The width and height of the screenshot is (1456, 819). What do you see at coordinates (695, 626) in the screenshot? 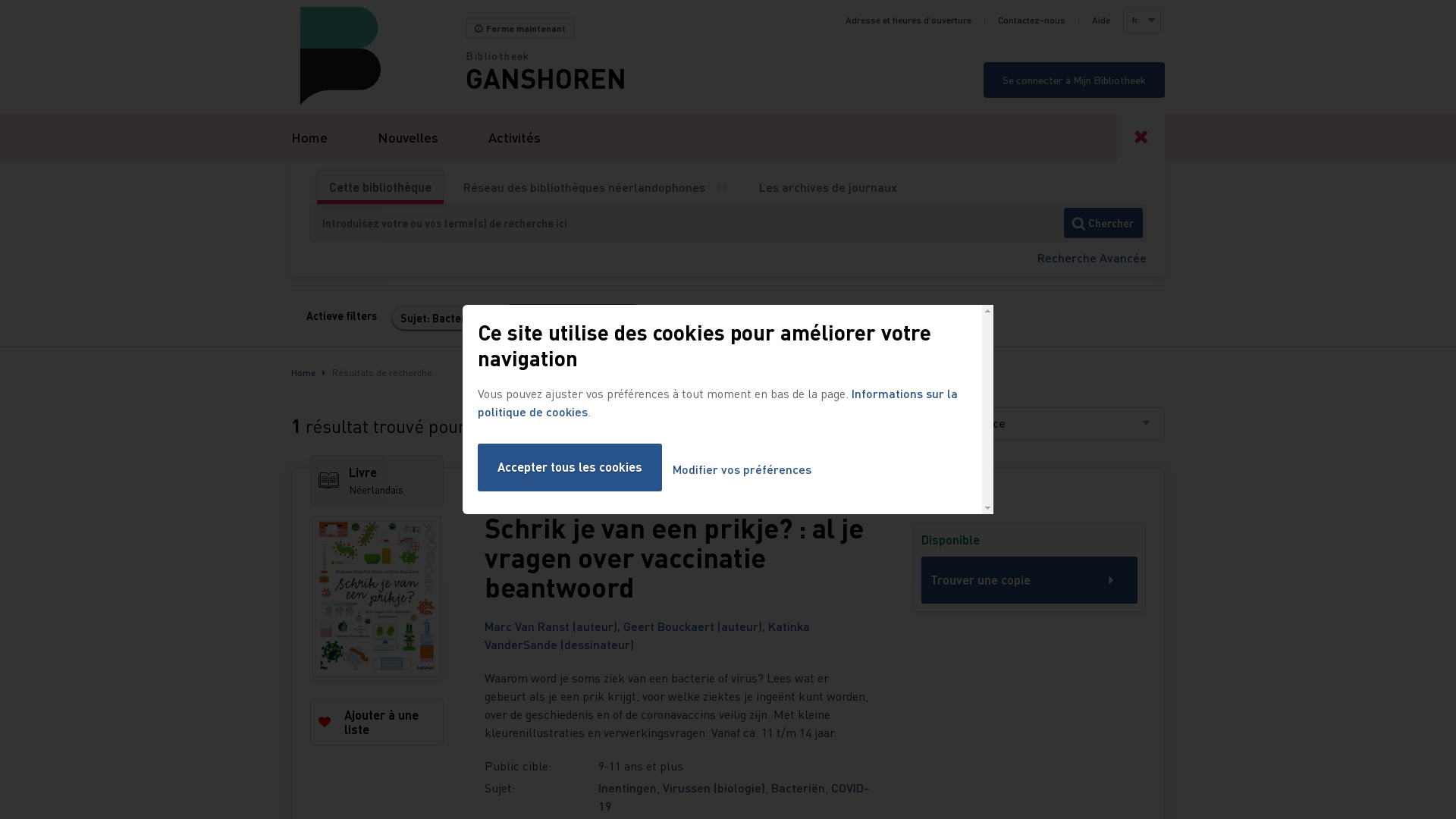
I see `'Geert Bouckaert (auteur),'` at bounding box center [695, 626].